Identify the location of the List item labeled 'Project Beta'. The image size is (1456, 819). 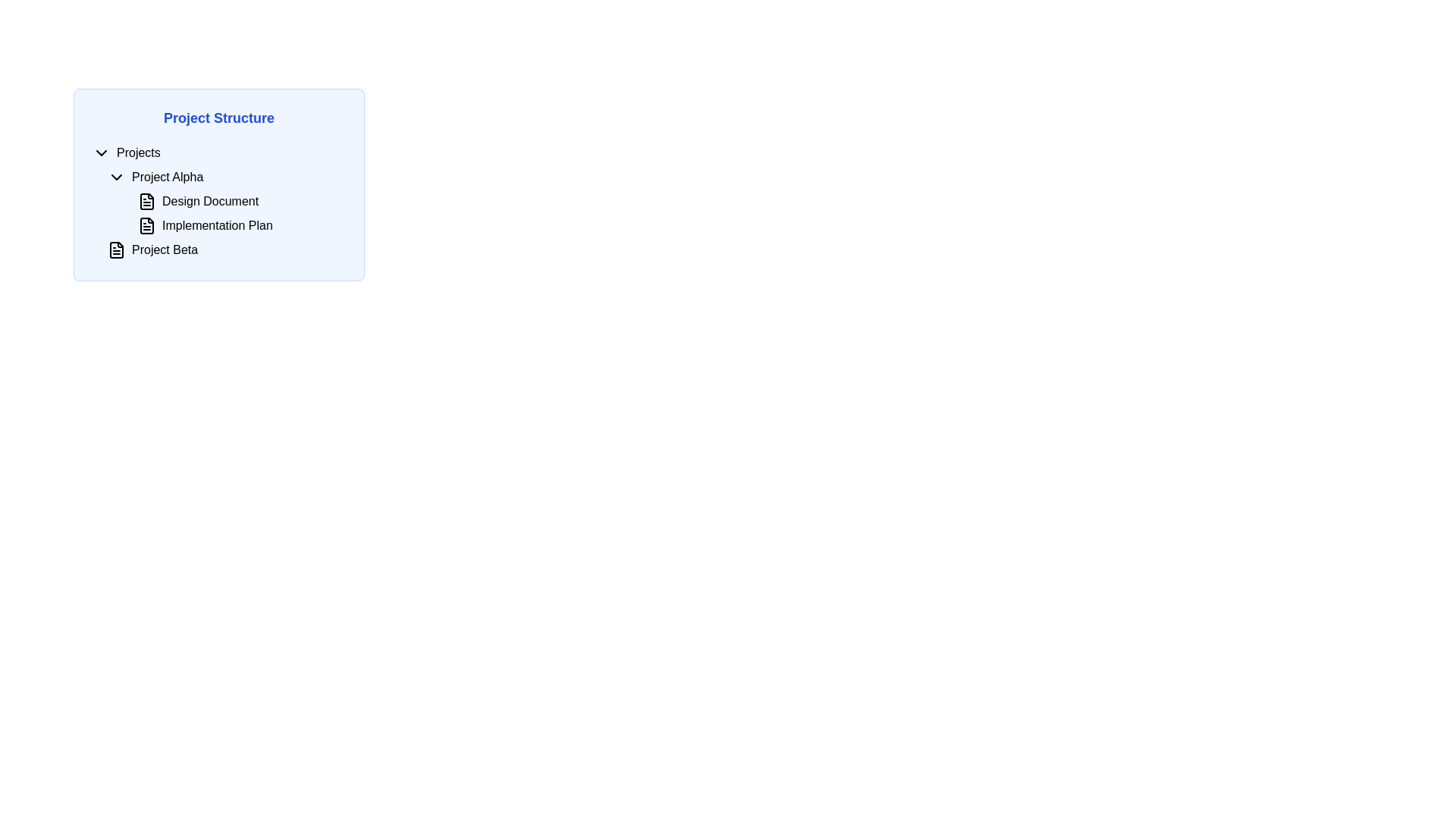
(225, 249).